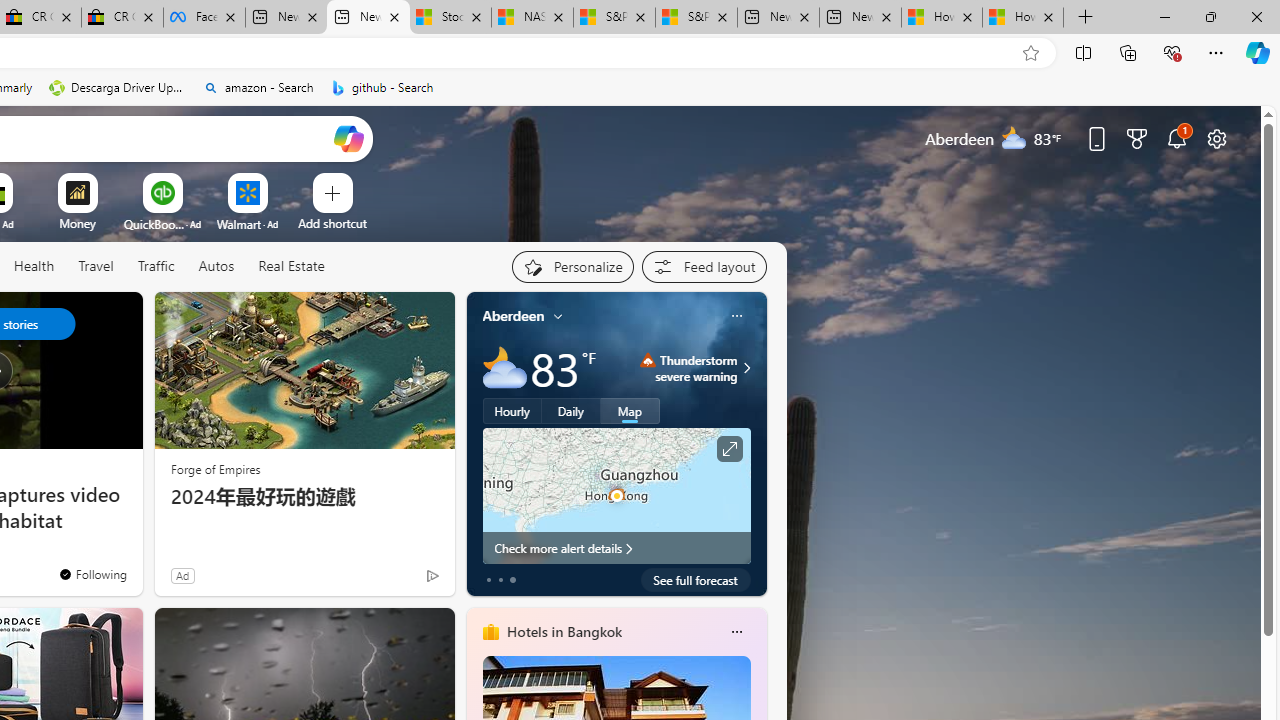  I want to click on 'See full forecast', so click(695, 579).